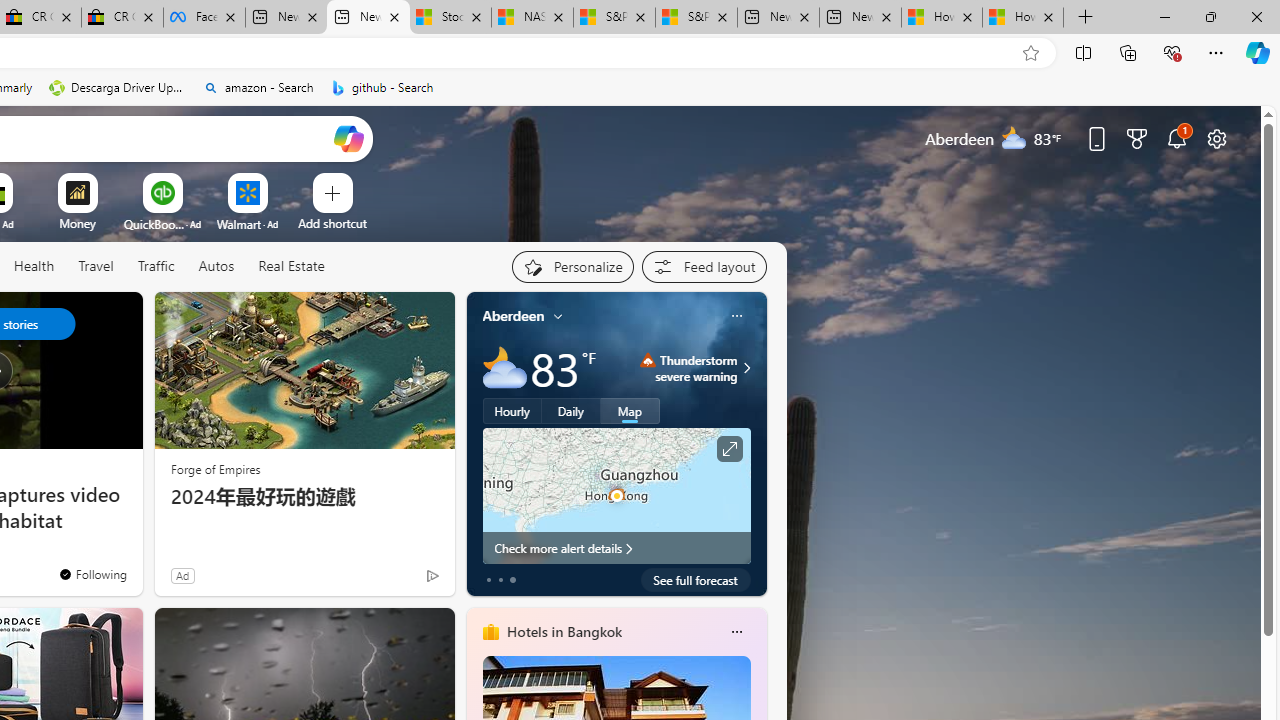  I want to click on 'See full forecast', so click(695, 579).